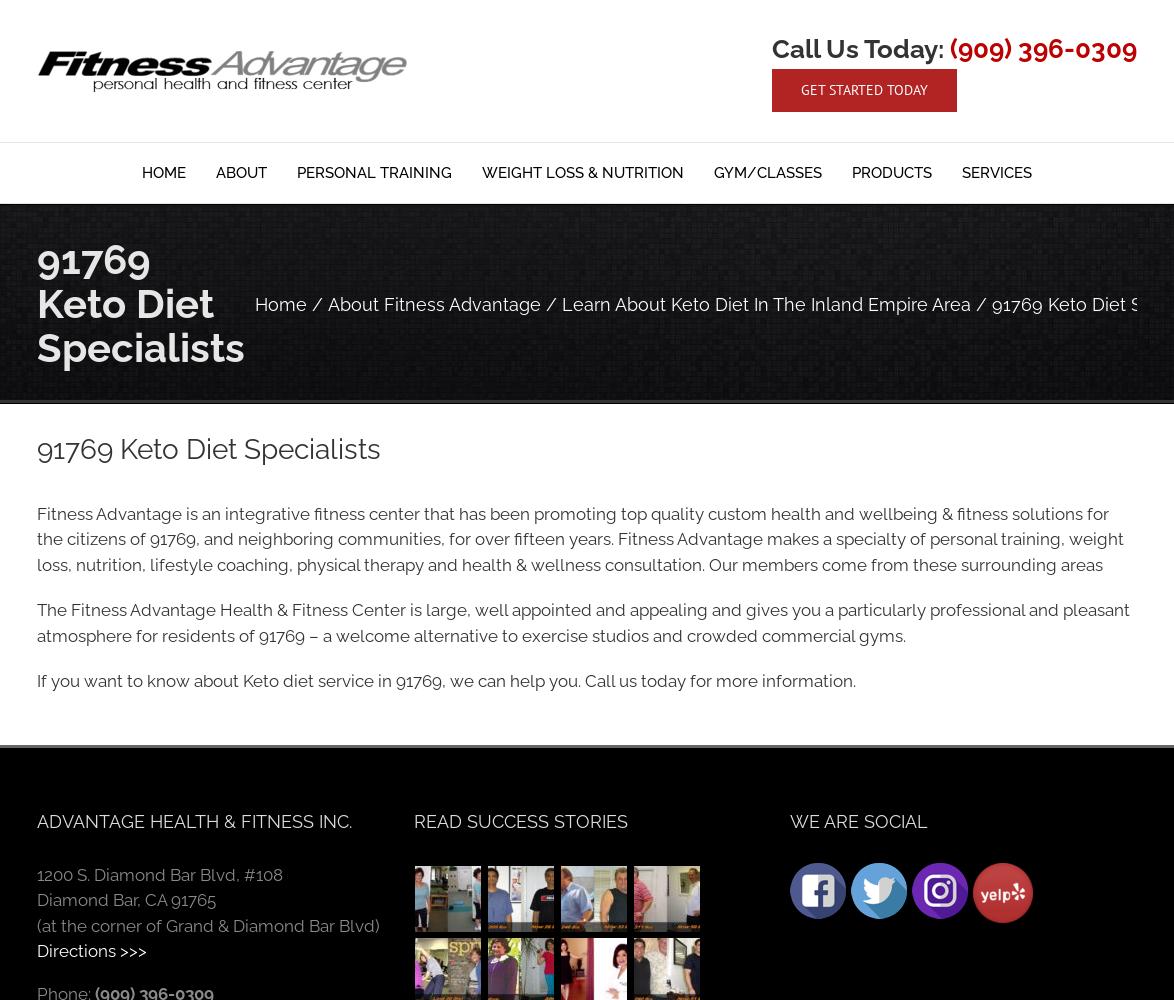 This screenshot has width=1174, height=1000. What do you see at coordinates (278, 373) in the screenshot?
I see `'Testimonials'` at bounding box center [278, 373].